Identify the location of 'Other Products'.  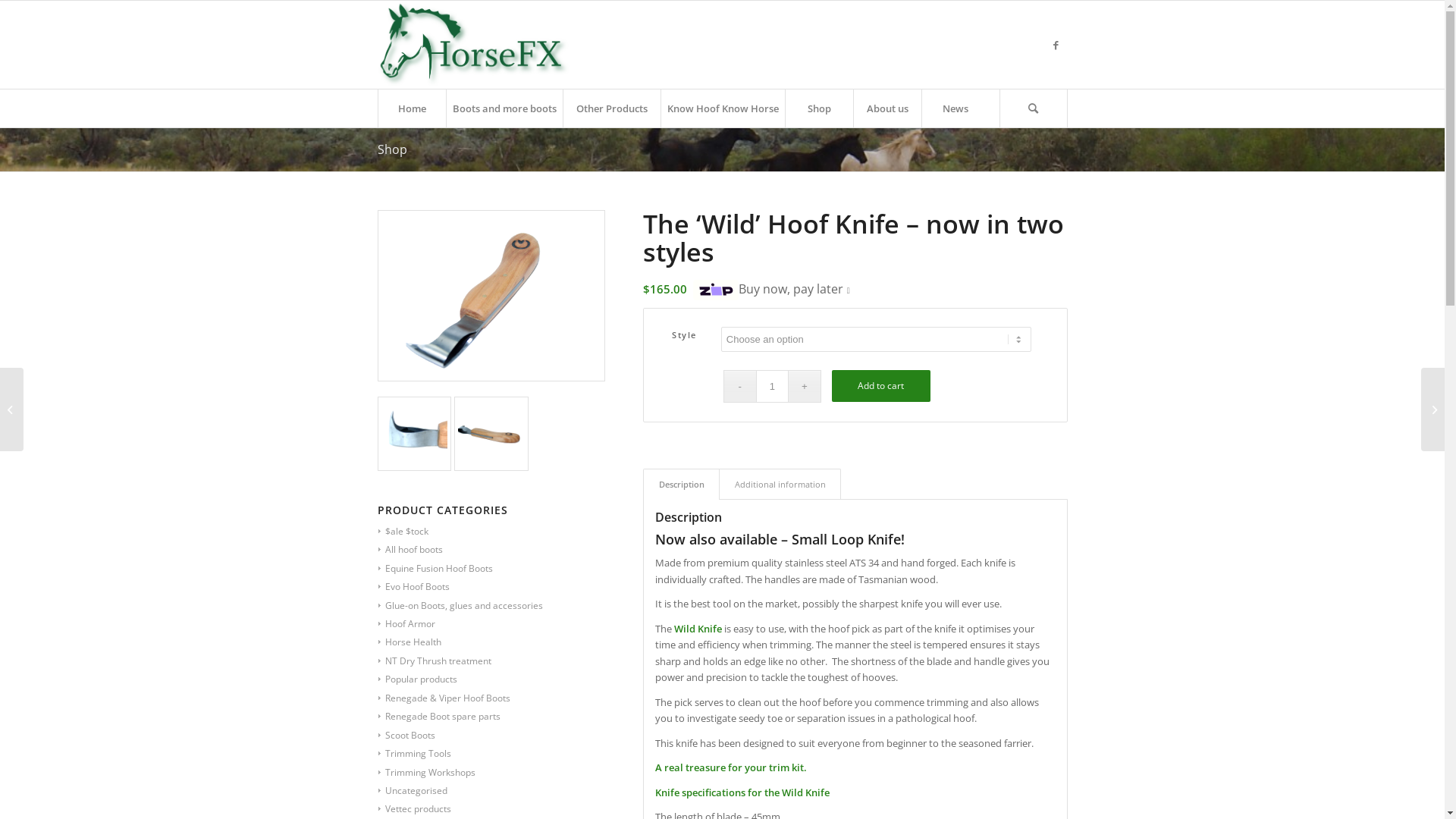
(611, 107).